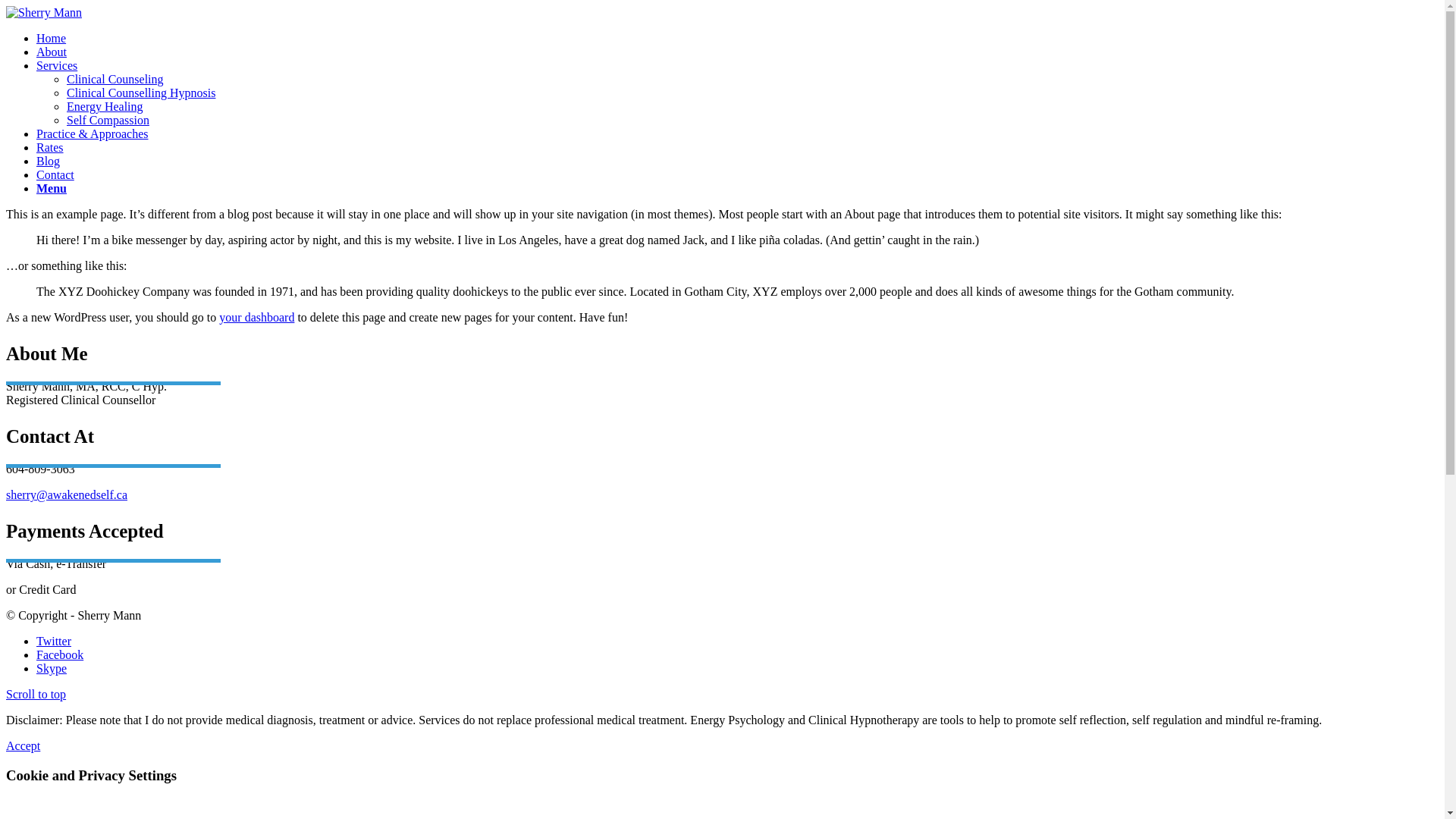 Image resolution: width=1456 pixels, height=819 pixels. What do you see at coordinates (36, 64) in the screenshot?
I see `'Services'` at bounding box center [36, 64].